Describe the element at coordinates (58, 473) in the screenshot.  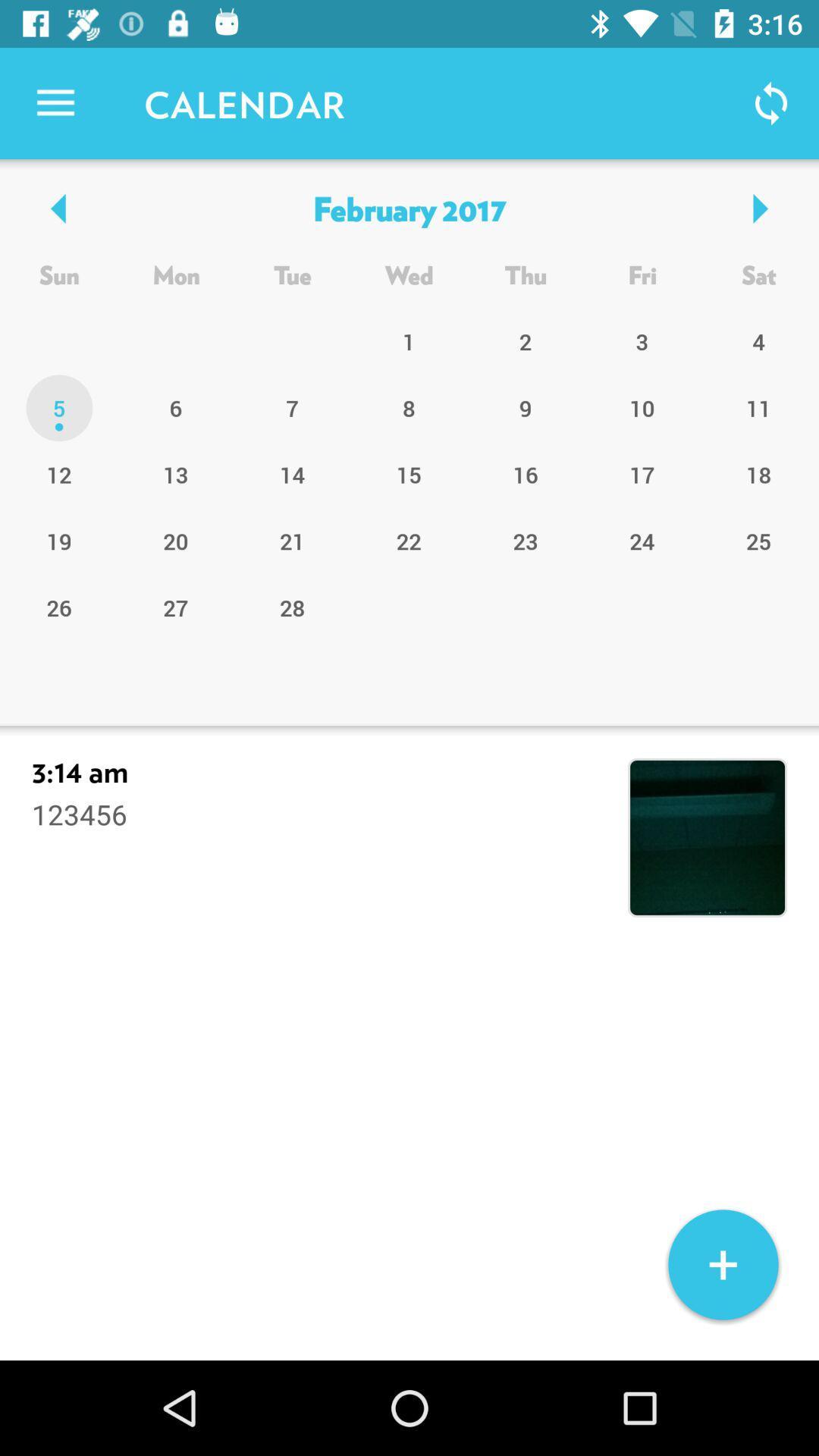
I see `the item next to the 6 item` at that location.